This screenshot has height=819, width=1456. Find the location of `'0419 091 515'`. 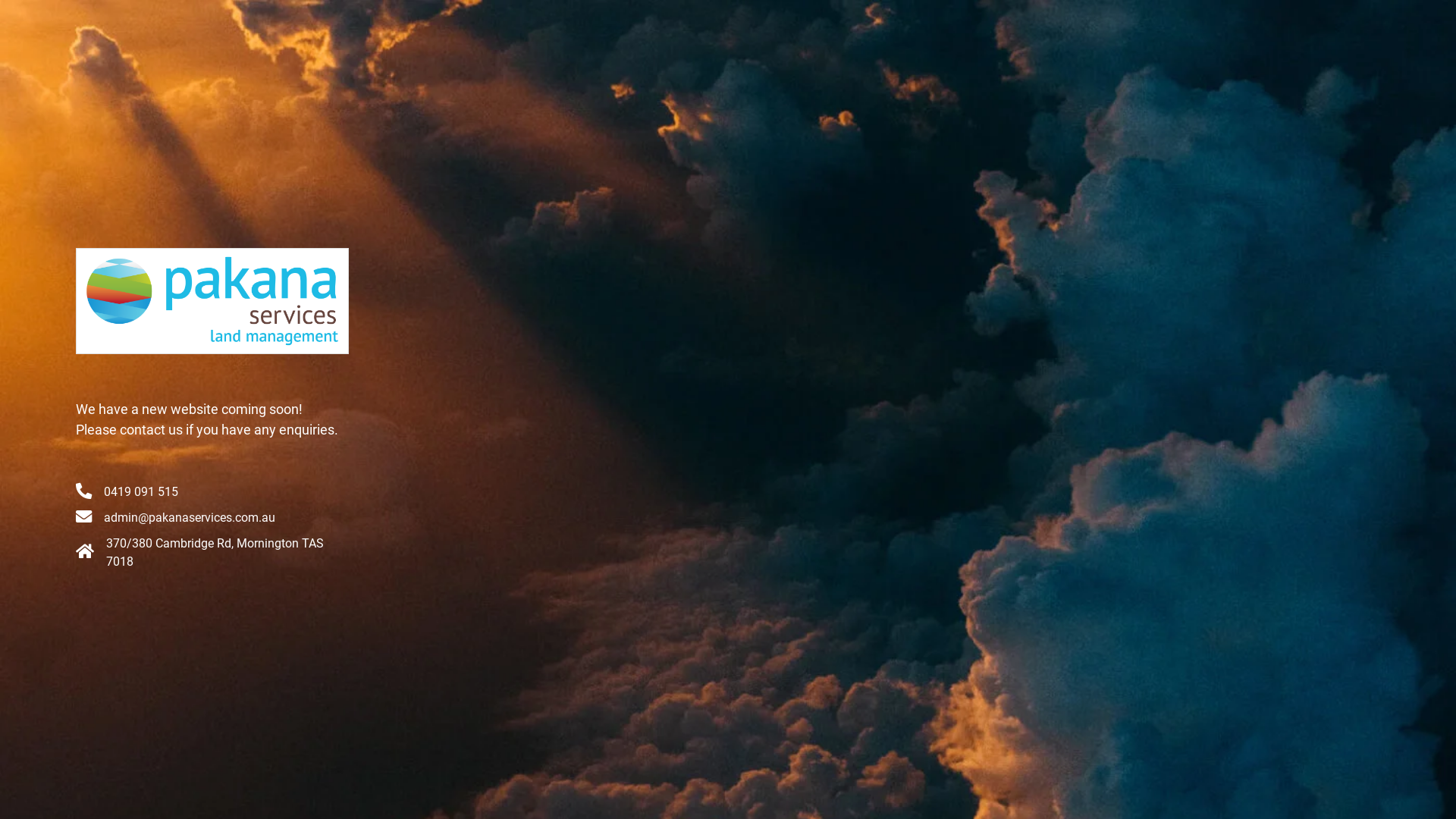

'0419 091 515' is located at coordinates (141, 491).